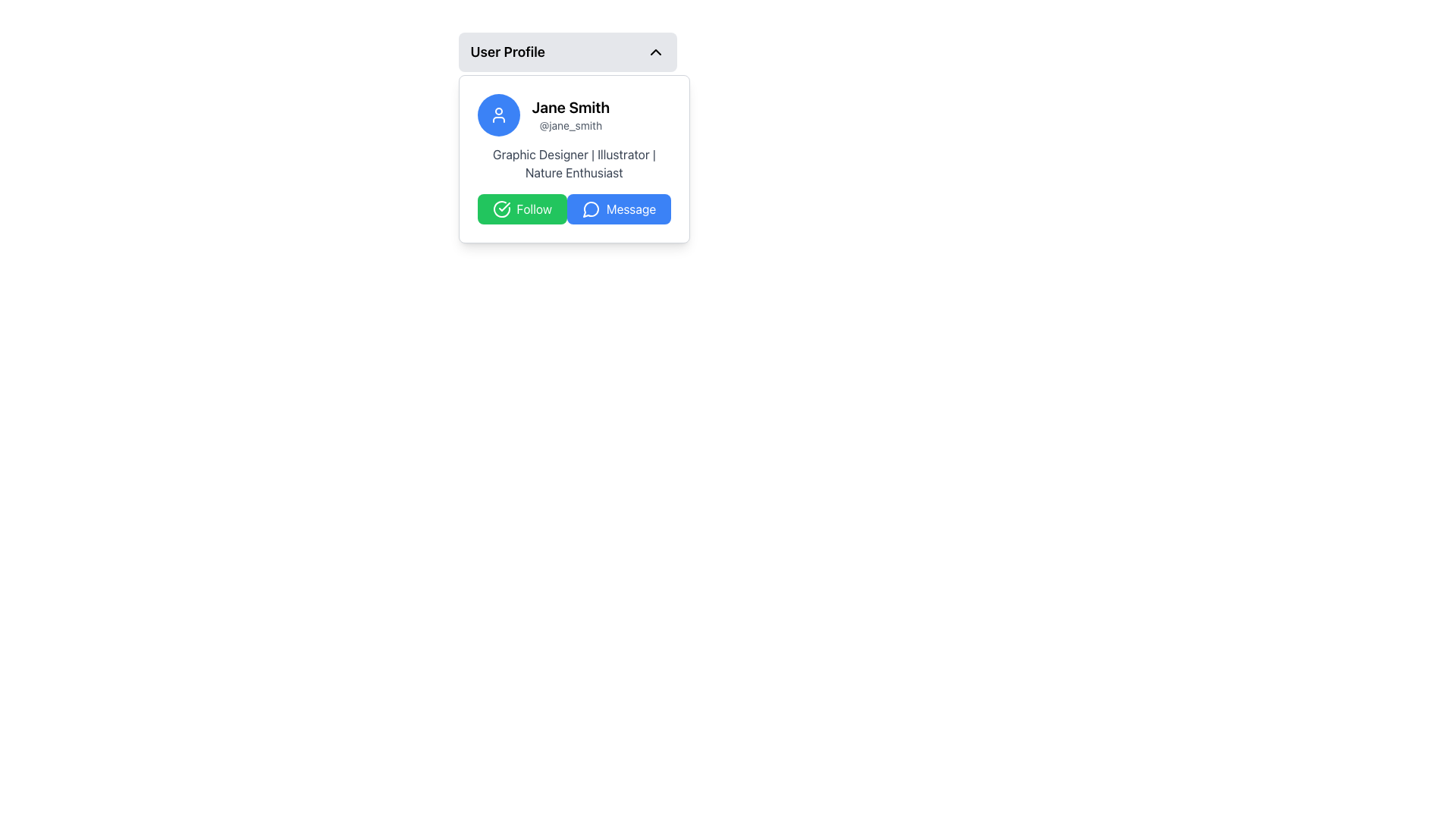 The height and width of the screenshot is (819, 1456). I want to click on the user profile icon located within the blue circular area at the top left corner of the user profile card, which is slightly above the text displaying the user’s name and description, so click(498, 114).